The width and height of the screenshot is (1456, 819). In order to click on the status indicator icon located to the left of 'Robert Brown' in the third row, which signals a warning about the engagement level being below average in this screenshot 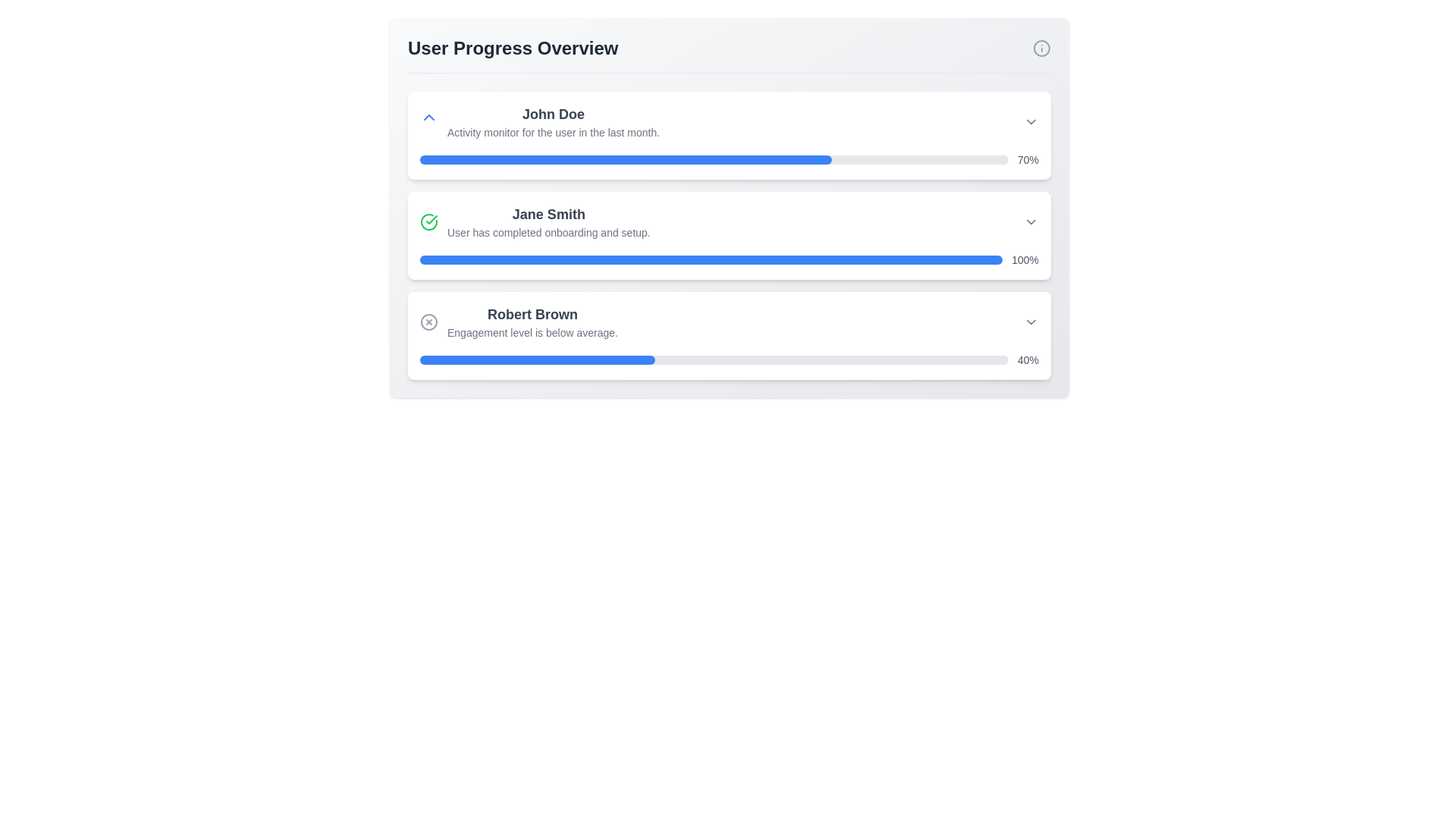, I will do `click(428, 321)`.